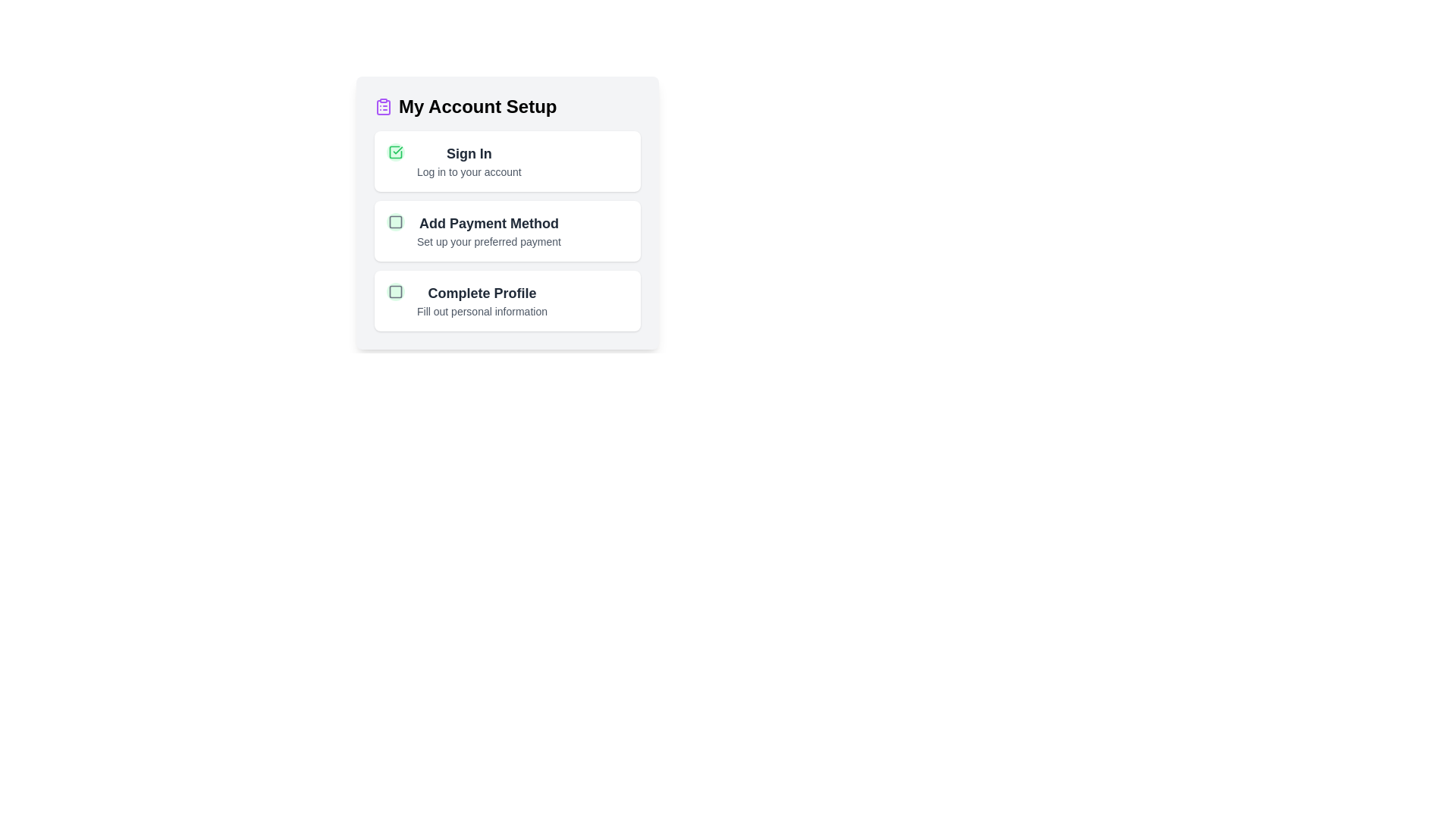  What do you see at coordinates (507, 231) in the screenshot?
I see `the task titled 'Add Payment Method' to view its hover effect` at bounding box center [507, 231].